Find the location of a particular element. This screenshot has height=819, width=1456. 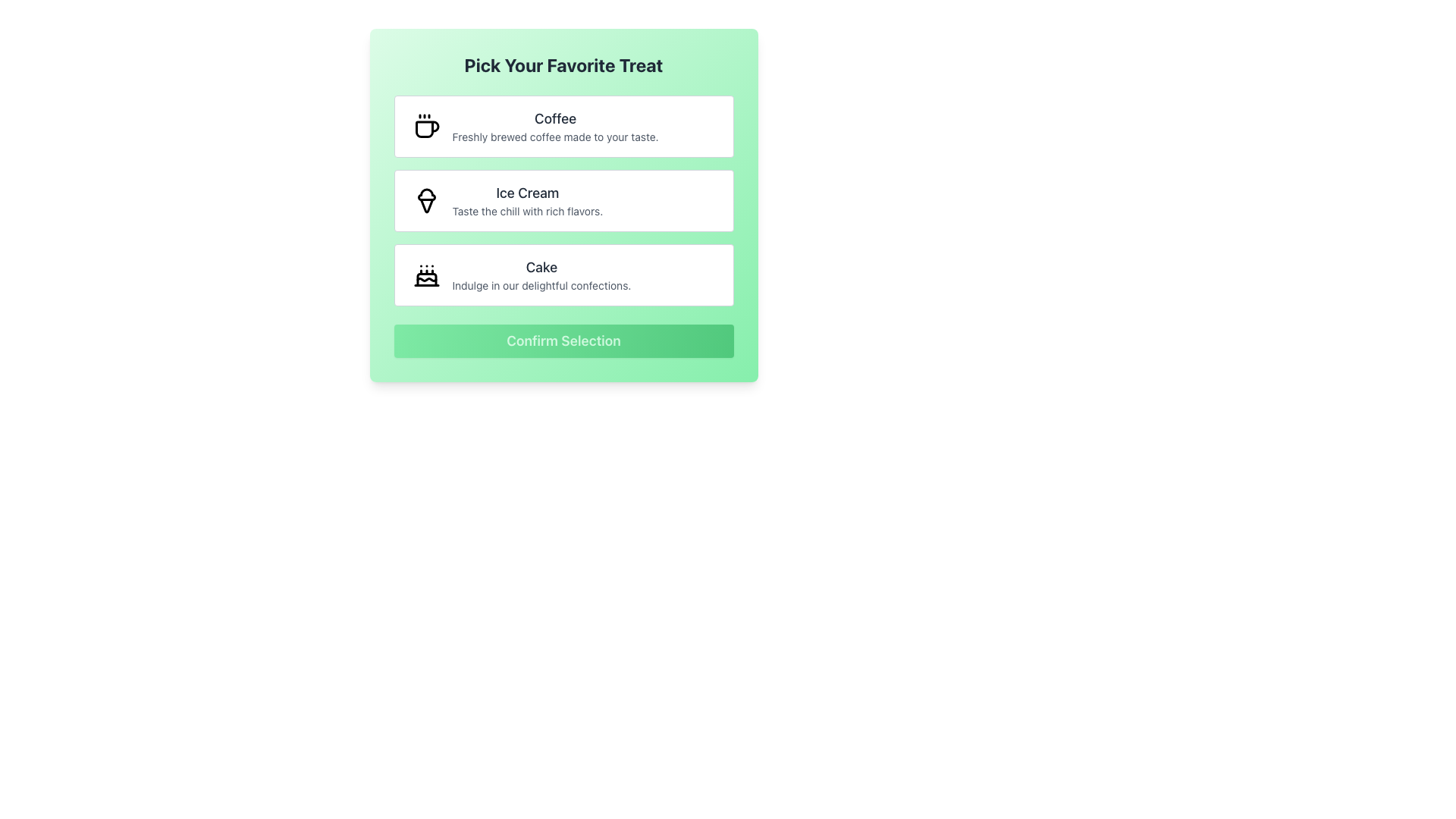

the ice cream cone icon in the selection list, which is the second entry between 'Coffee' and 'Cake' is located at coordinates (425, 206).